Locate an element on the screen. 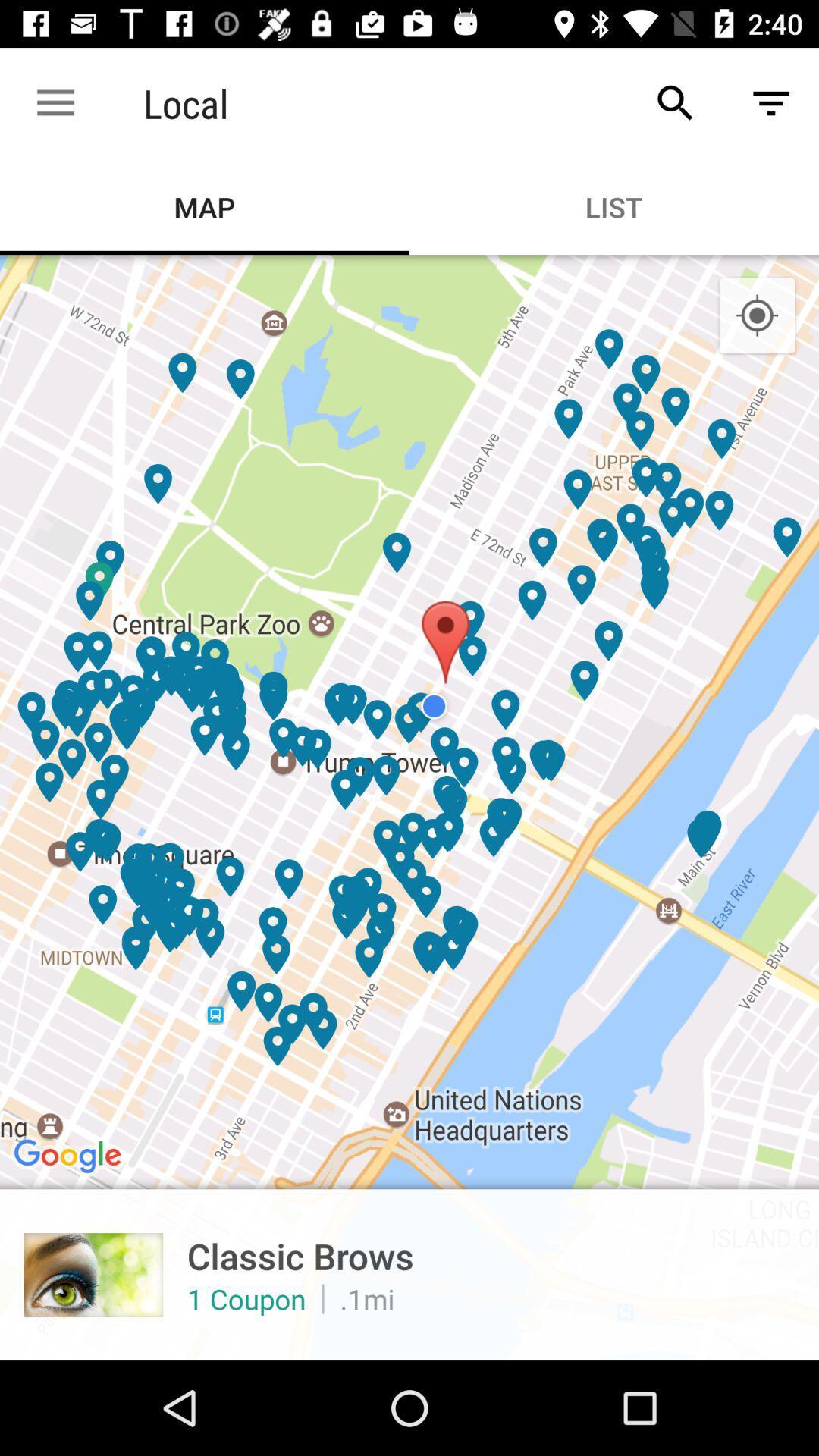 The image size is (819, 1456). icon to the right of the local is located at coordinates (675, 102).